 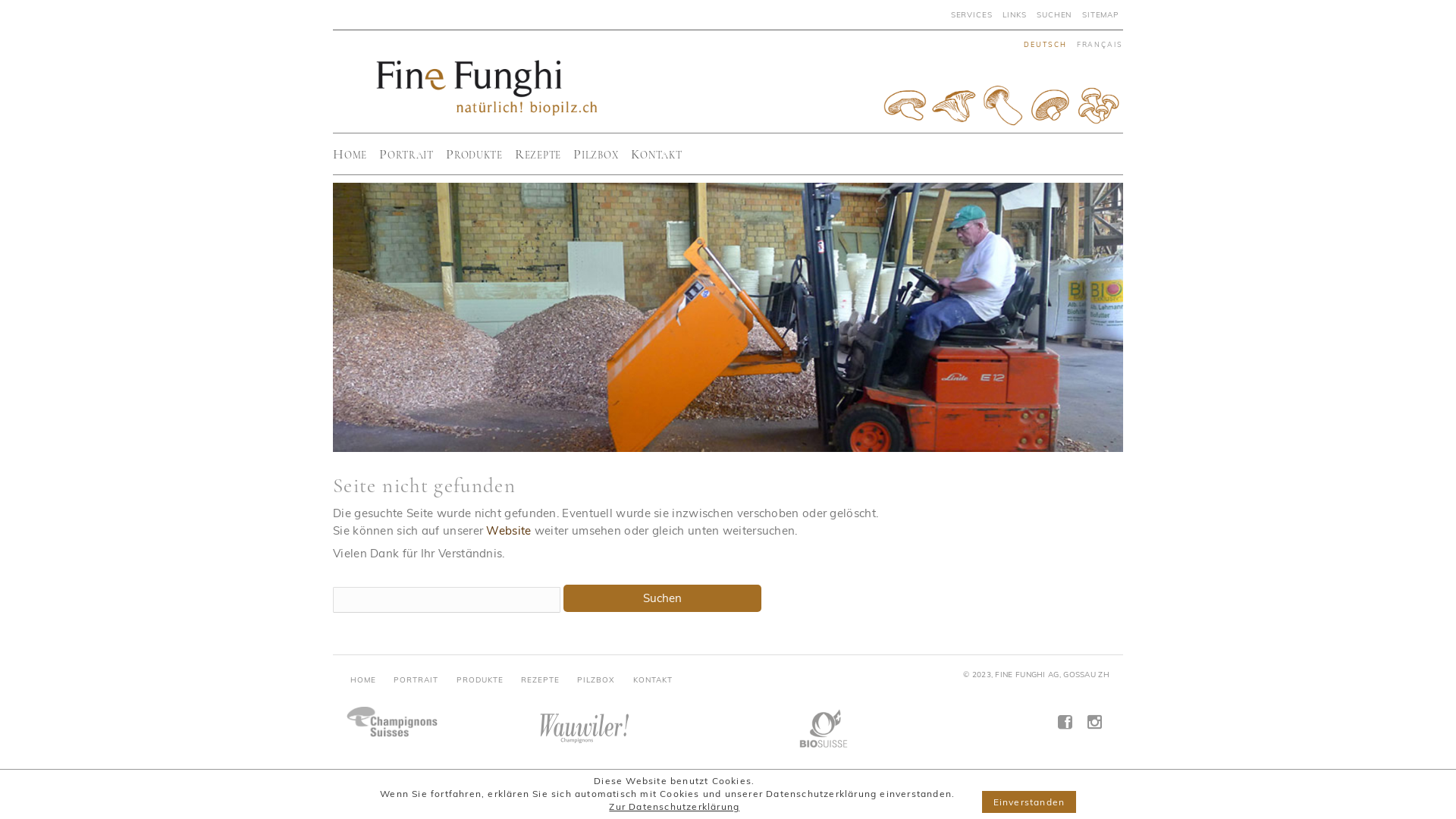 What do you see at coordinates (662, 598) in the screenshot?
I see `'Suchen'` at bounding box center [662, 598].